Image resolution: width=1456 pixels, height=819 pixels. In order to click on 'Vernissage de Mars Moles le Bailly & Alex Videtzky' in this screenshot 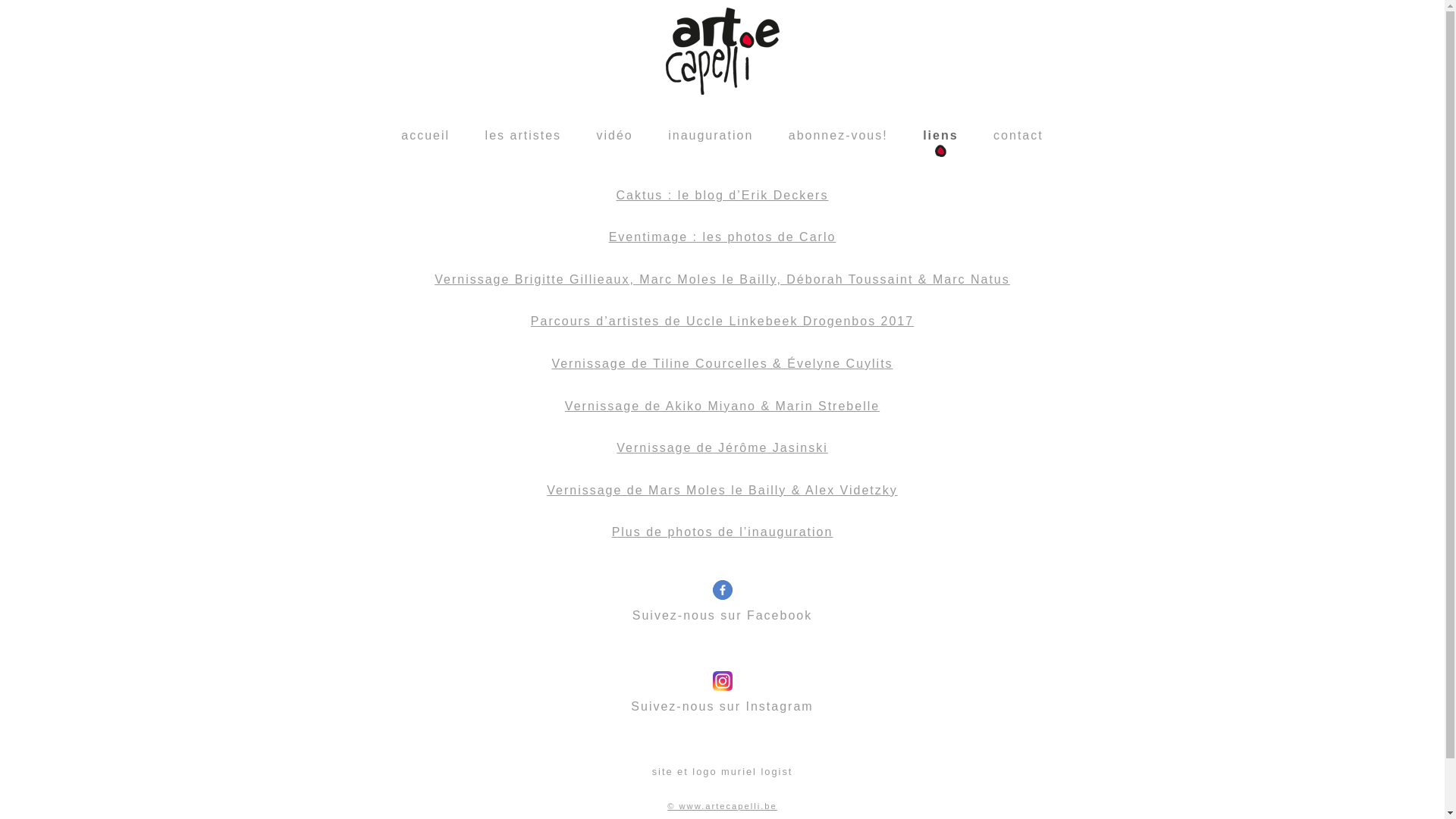, I will do `click(721, 490)`.